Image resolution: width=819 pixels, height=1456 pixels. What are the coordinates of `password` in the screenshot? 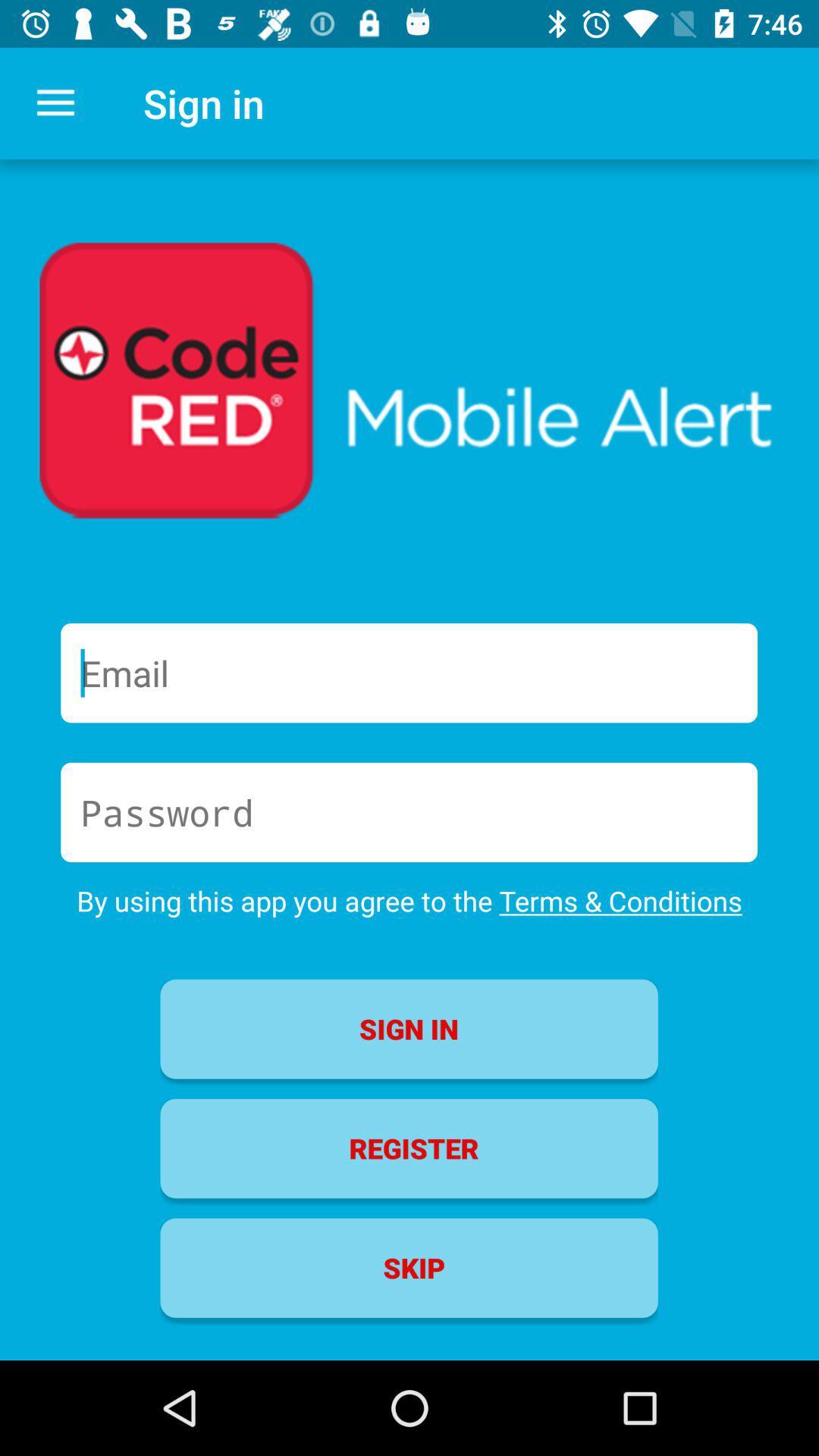 It's located at (408, 811).